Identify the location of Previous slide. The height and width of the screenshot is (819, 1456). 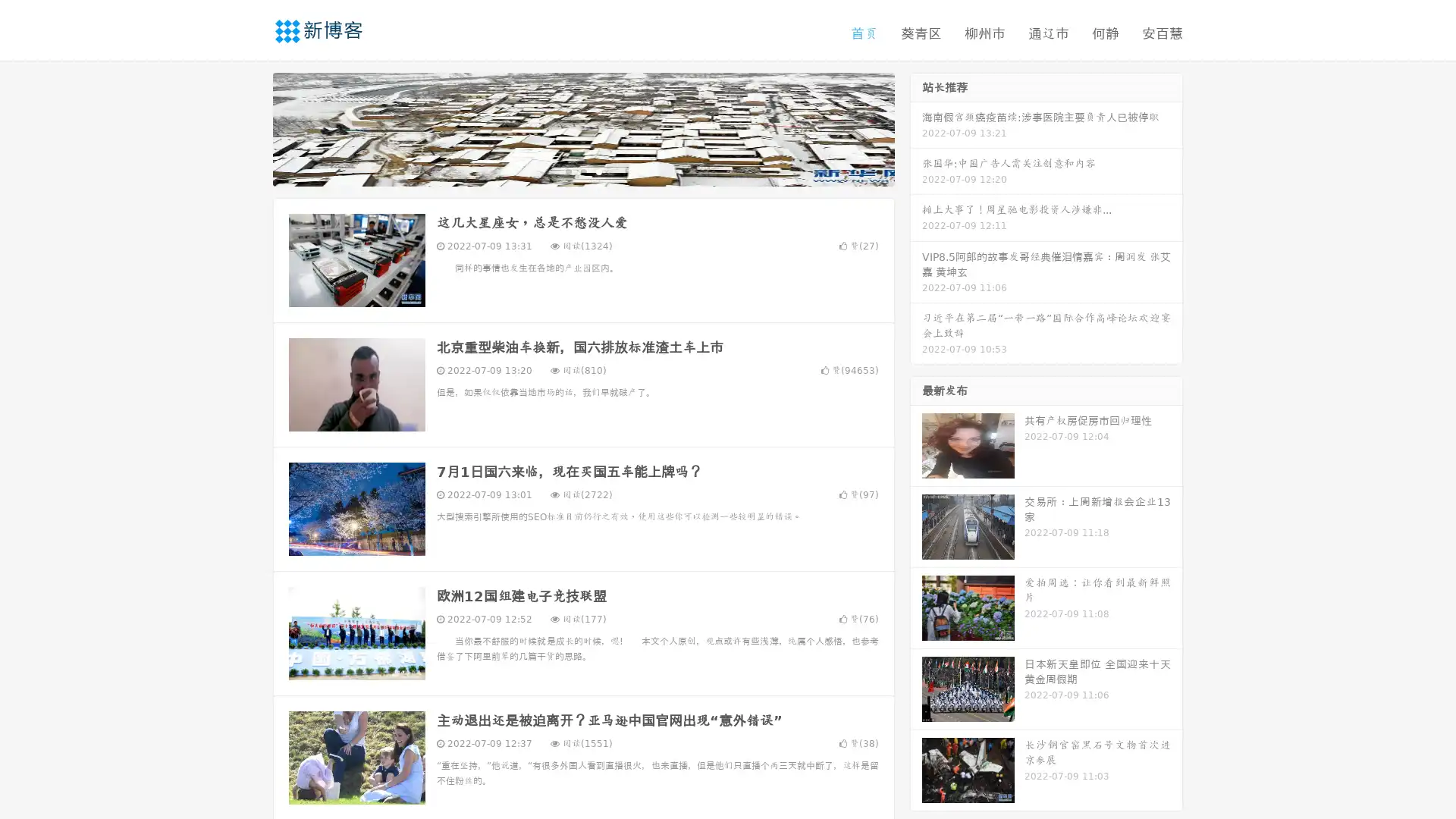
(250, 127).